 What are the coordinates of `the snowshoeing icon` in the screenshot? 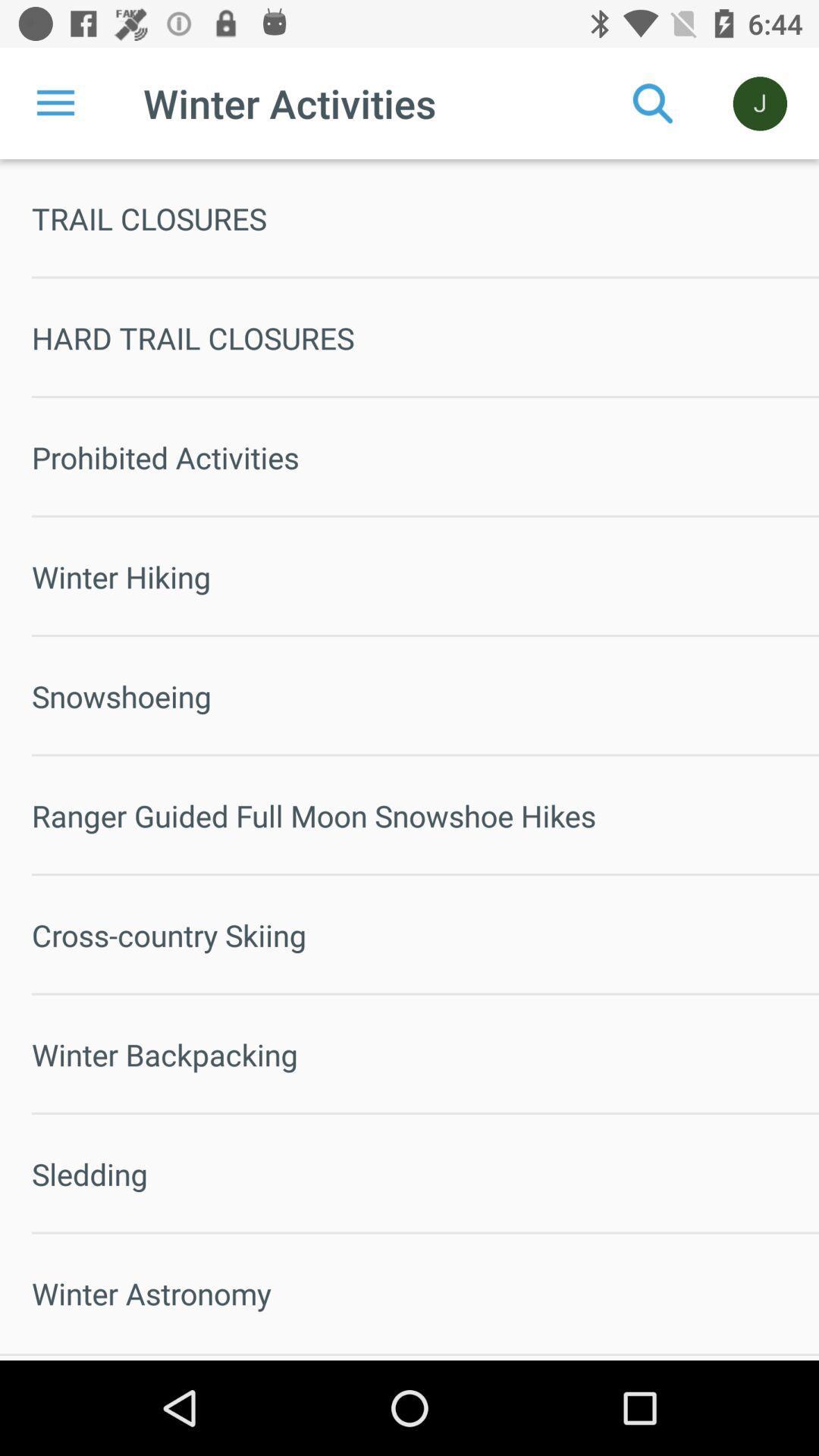 It's located at (425, 695).